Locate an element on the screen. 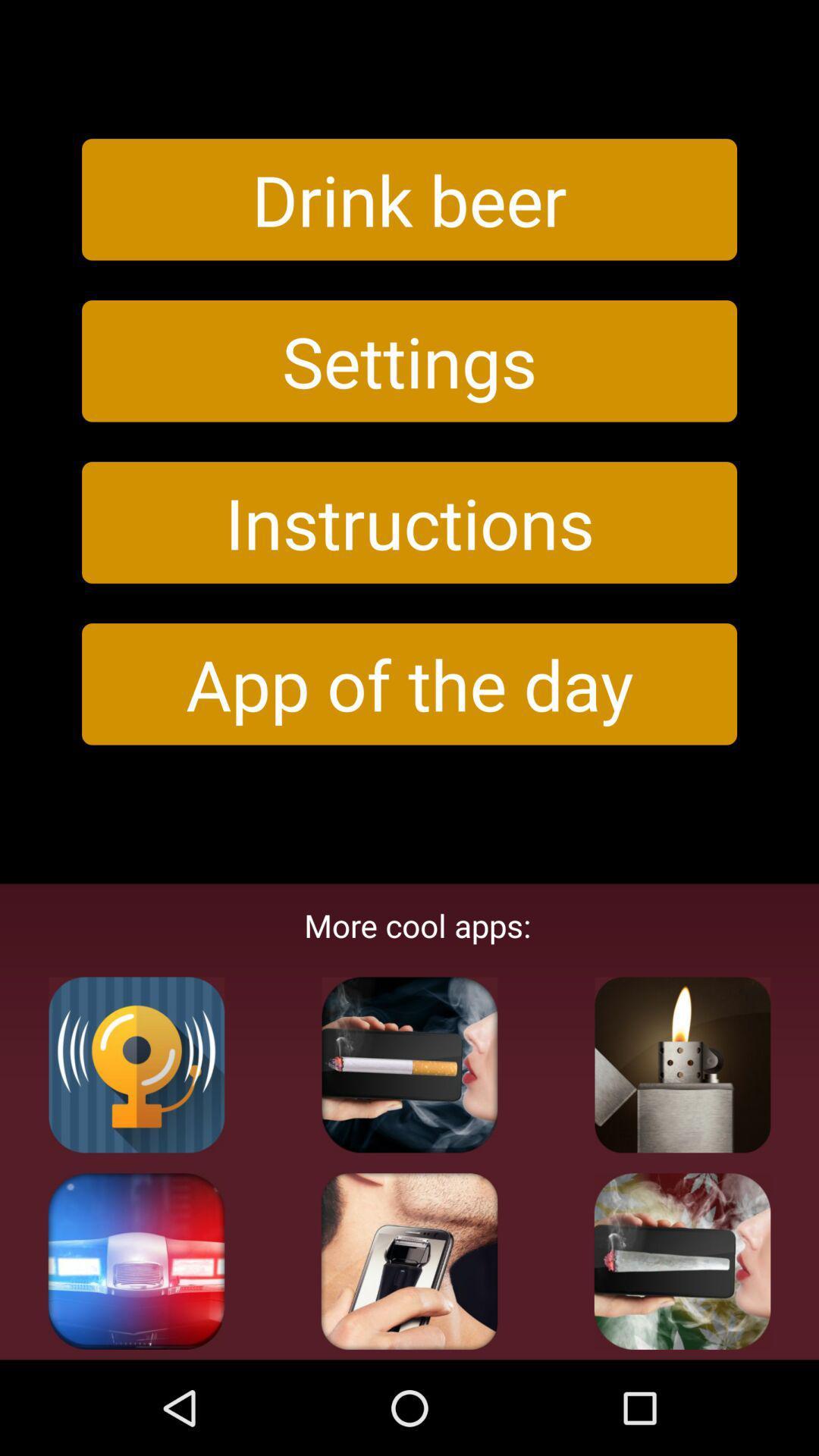 This screenshot has width=819, height=1456. settings icon is located at coordinates (409, 360).